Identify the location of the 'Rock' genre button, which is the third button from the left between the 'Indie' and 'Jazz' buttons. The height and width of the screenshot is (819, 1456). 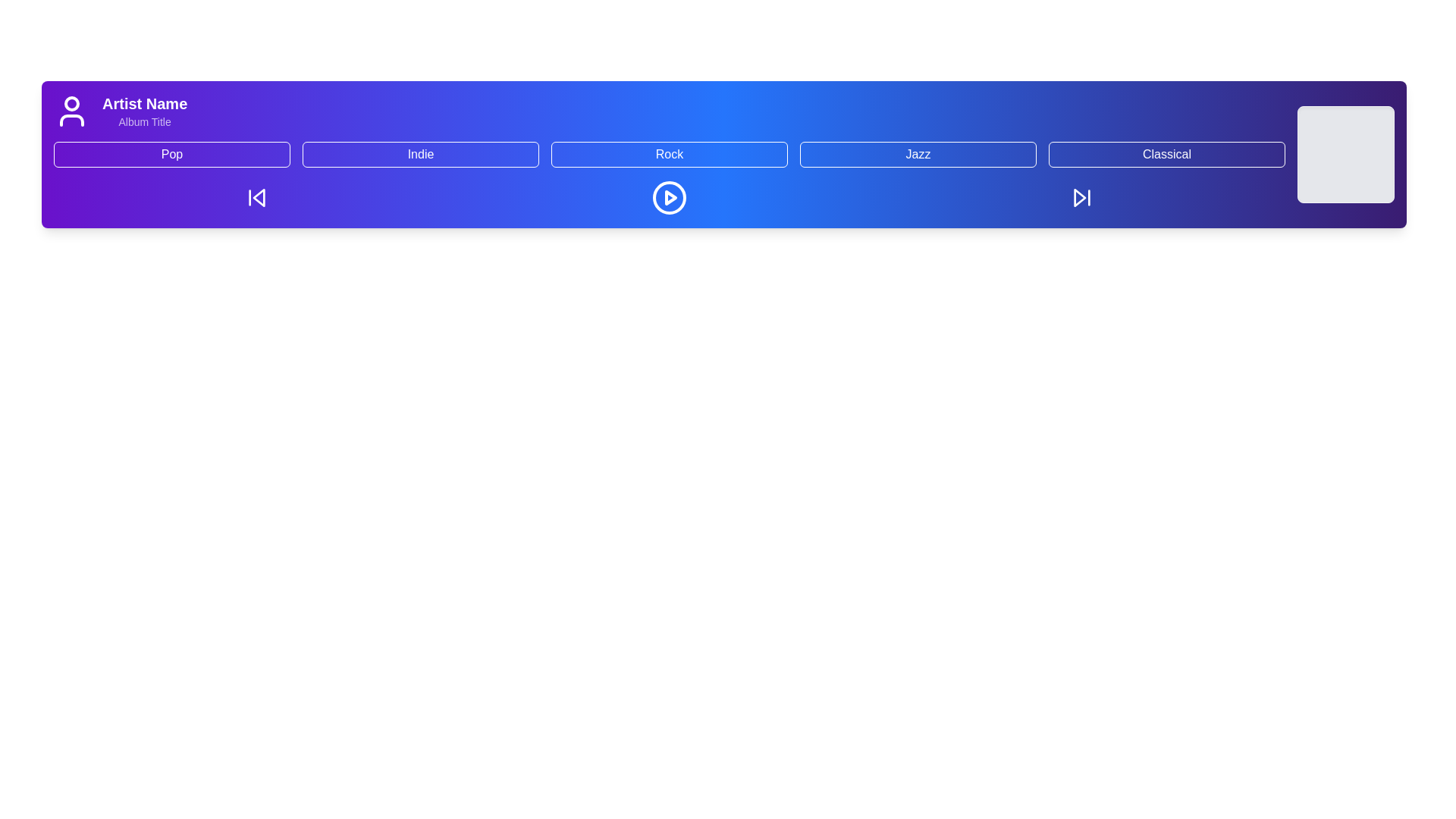
(669, 155).